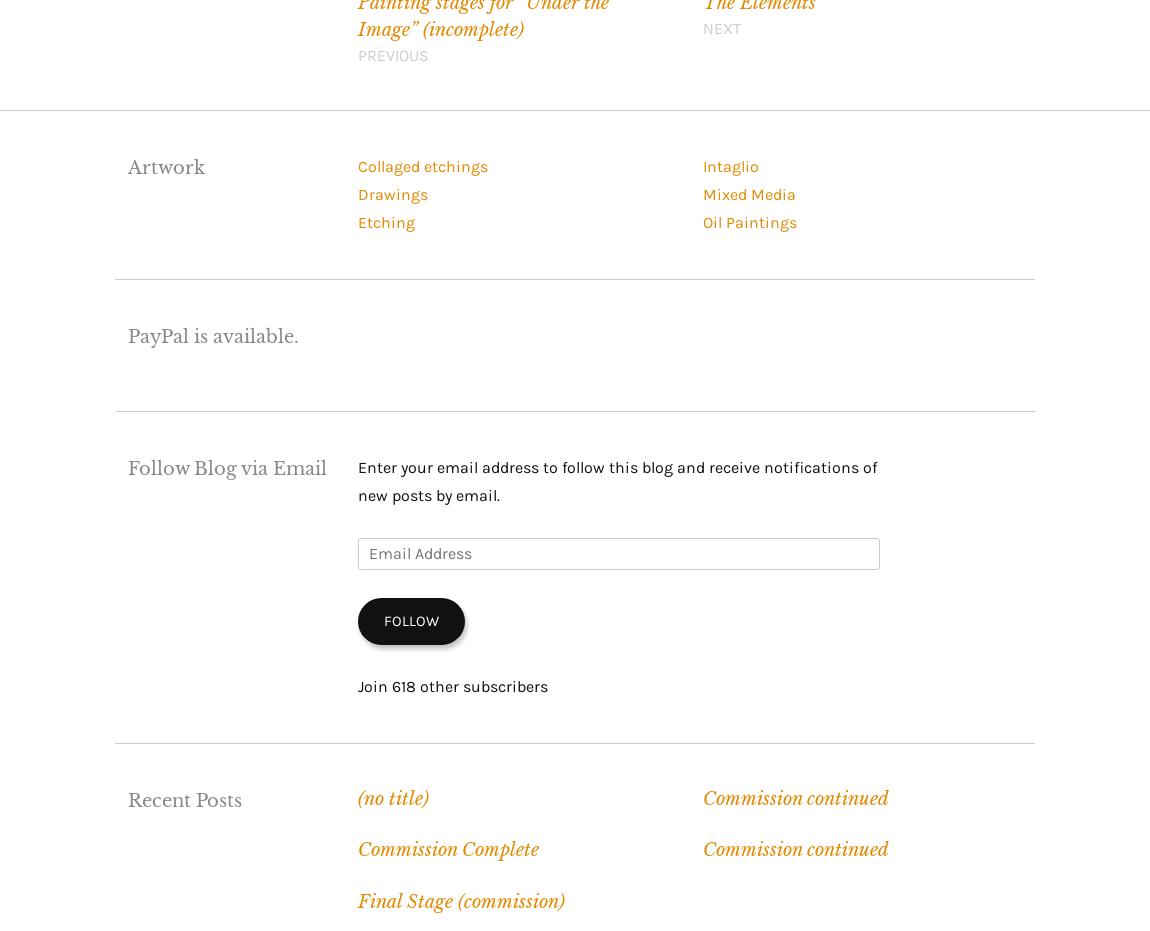  I want to click on 'Artwork', so click(164, 167).